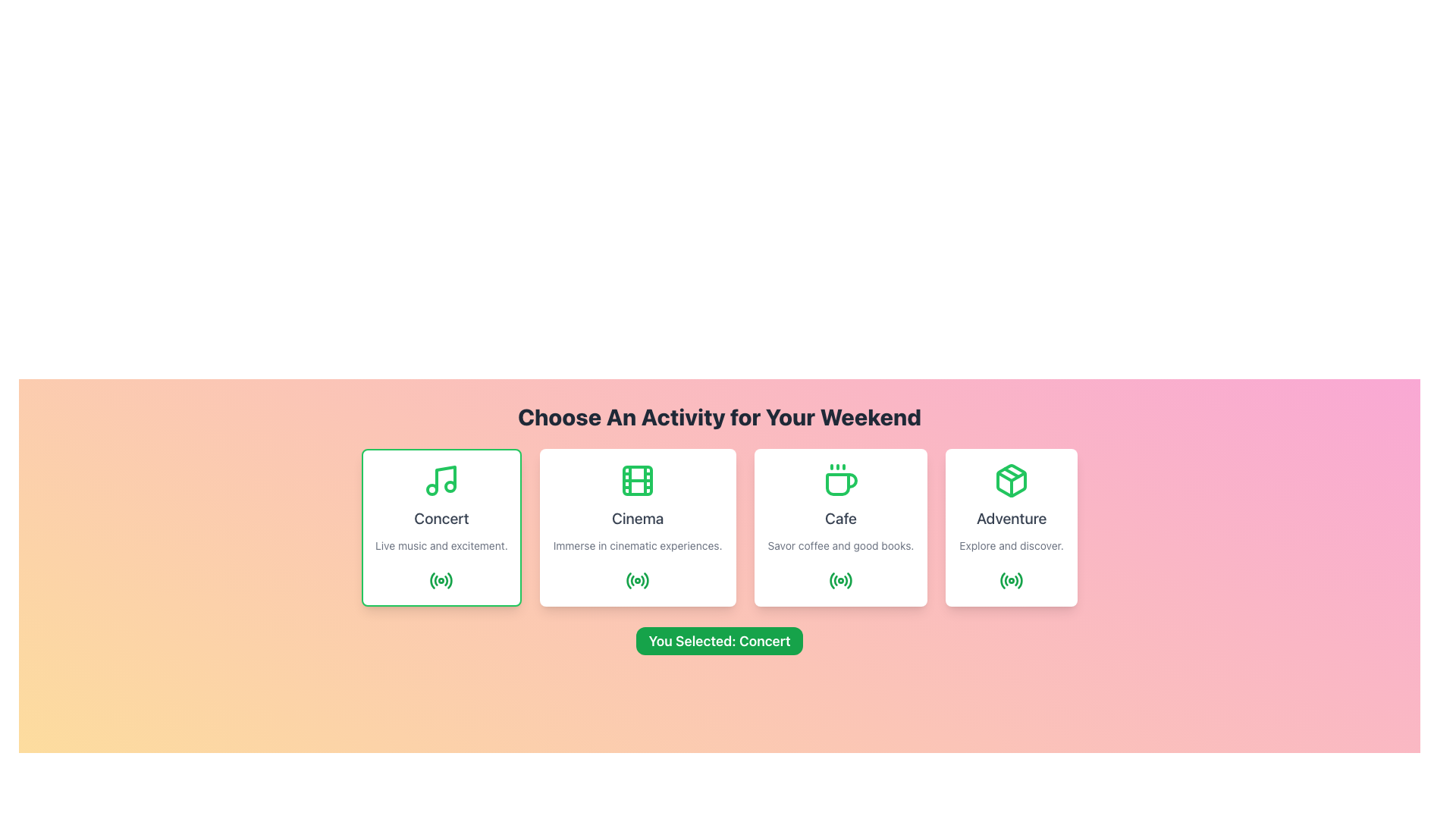  Describe the element at coordinates (1012, 517) in the screenshot. I see `the text label that describes the 'Adventure' card, which is the fourth card from the left in a row of interactive cards below the header 'Choose An Activity for Your Weekend'` at that location.